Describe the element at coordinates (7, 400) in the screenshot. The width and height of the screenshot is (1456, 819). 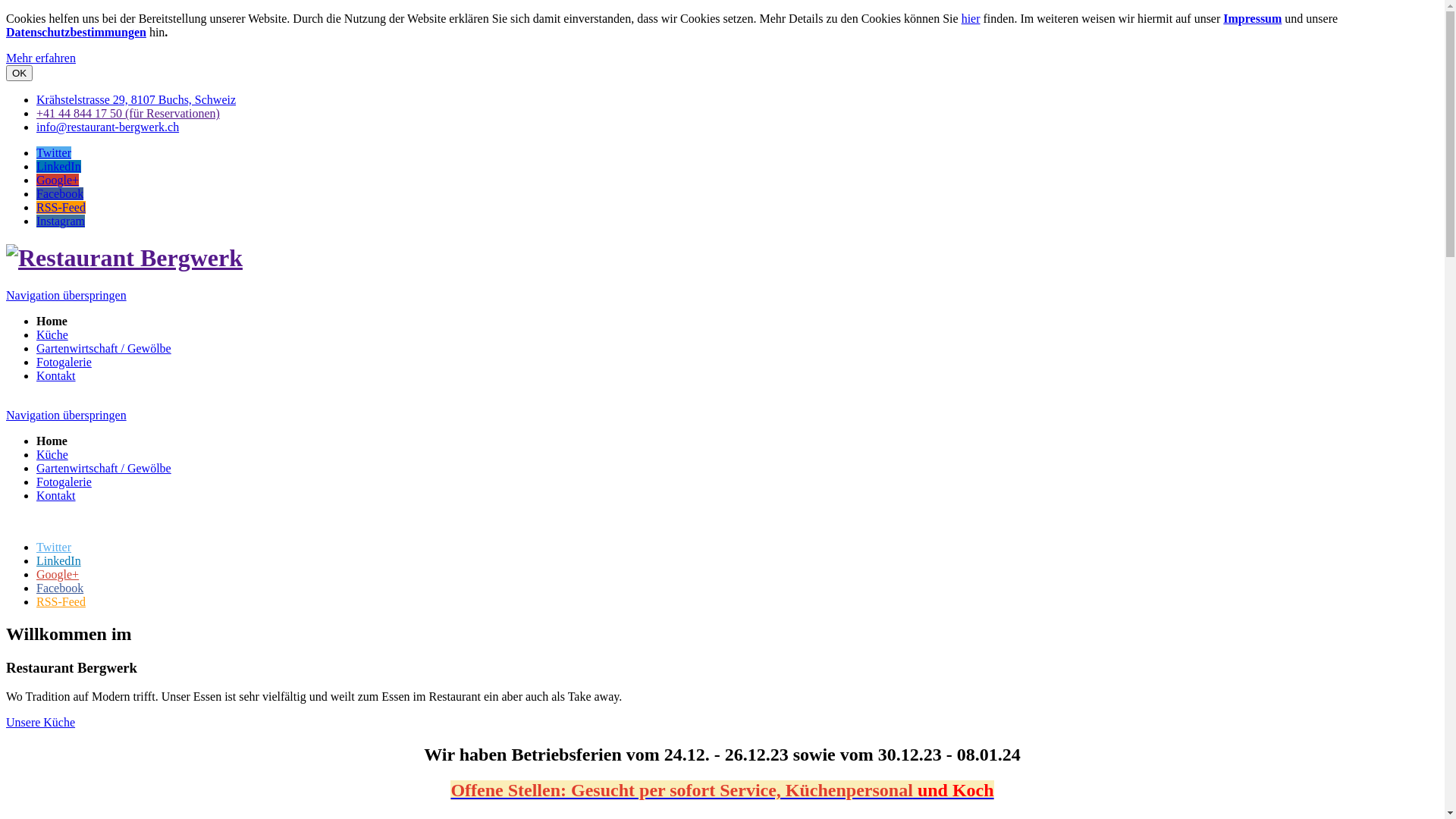
I see `' '` at that location.